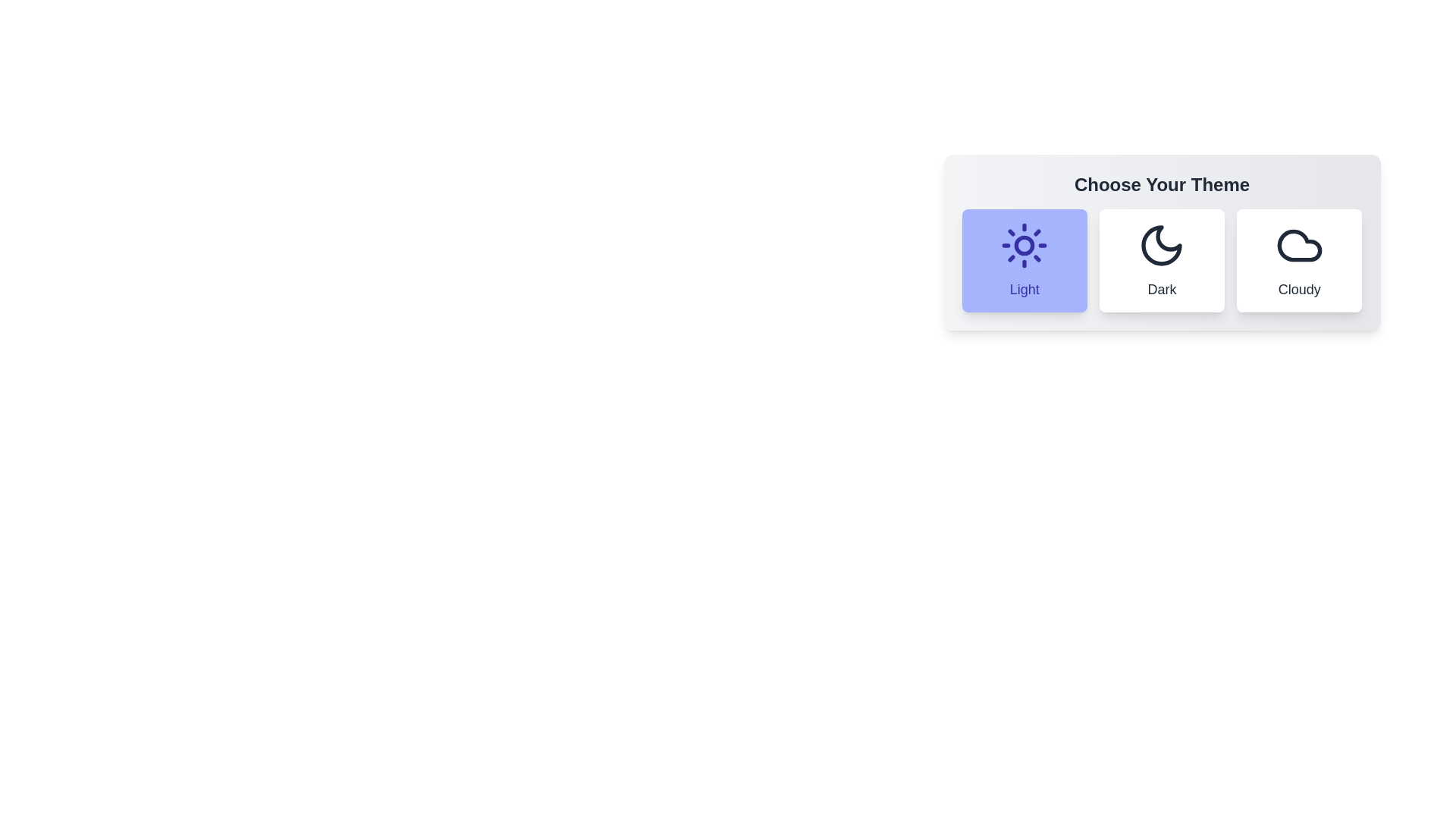 The height and width of the screenshot is (819, 1456). I want to click on the icon for the 'Dark' theme option in the theme selector interface, so click(1161, 245).